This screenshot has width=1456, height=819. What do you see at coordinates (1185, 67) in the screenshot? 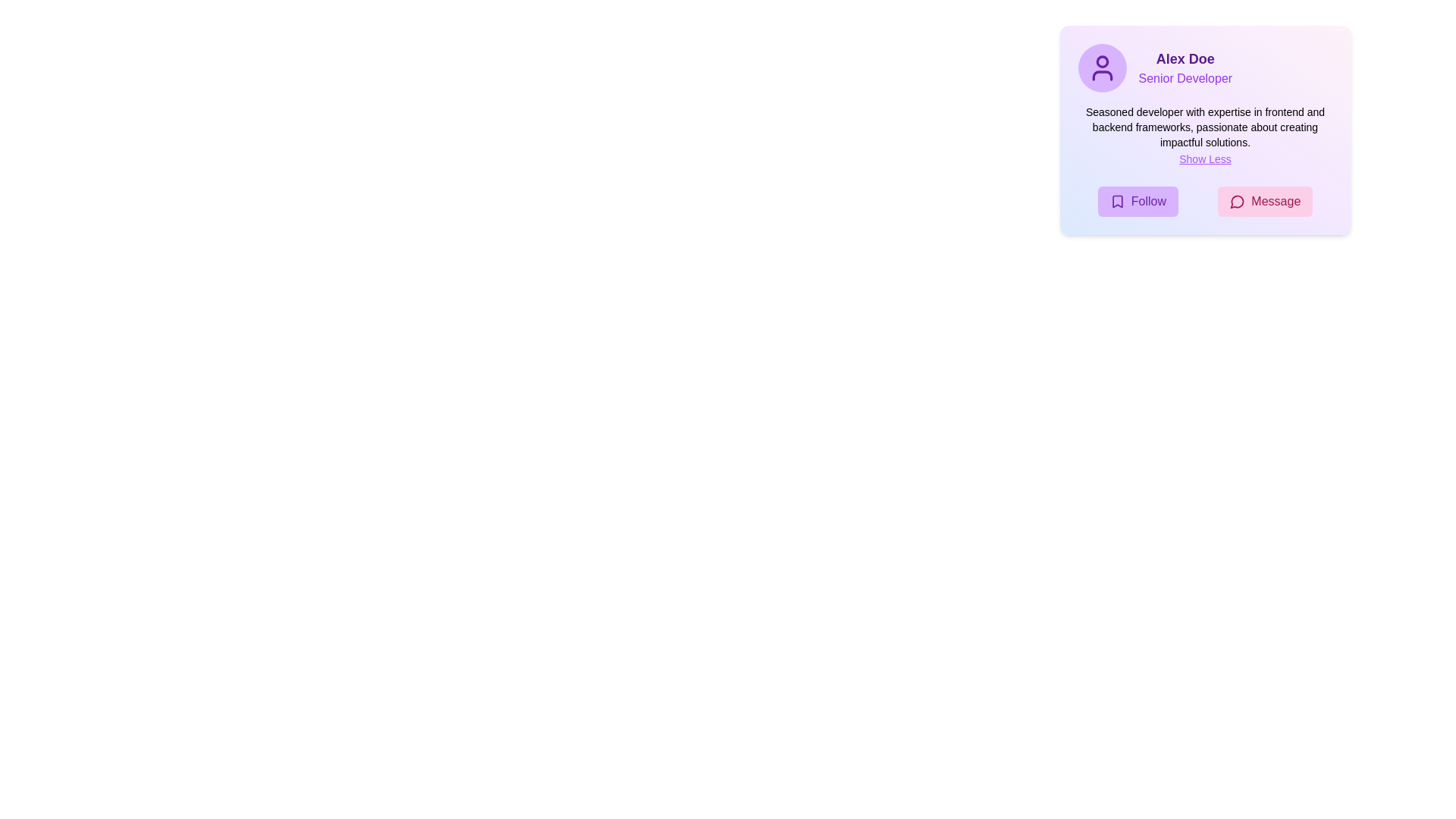
I see `the text block displaying the name and title of the professional, located at the top center-right of the card interface` at bounding box center [1185, 67].